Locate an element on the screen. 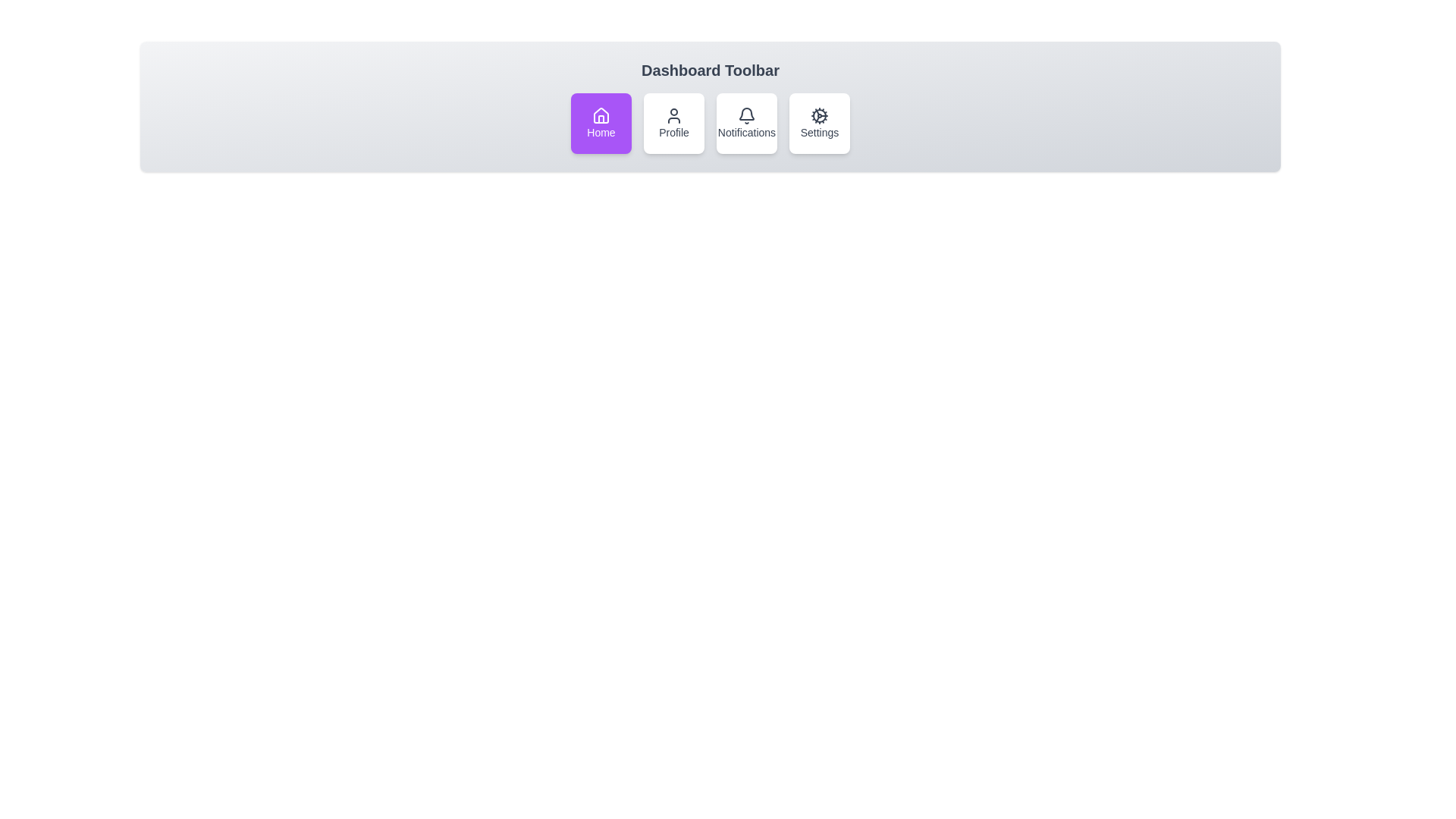  the toolbar item labeled Home is located at coordinates (600, 122).